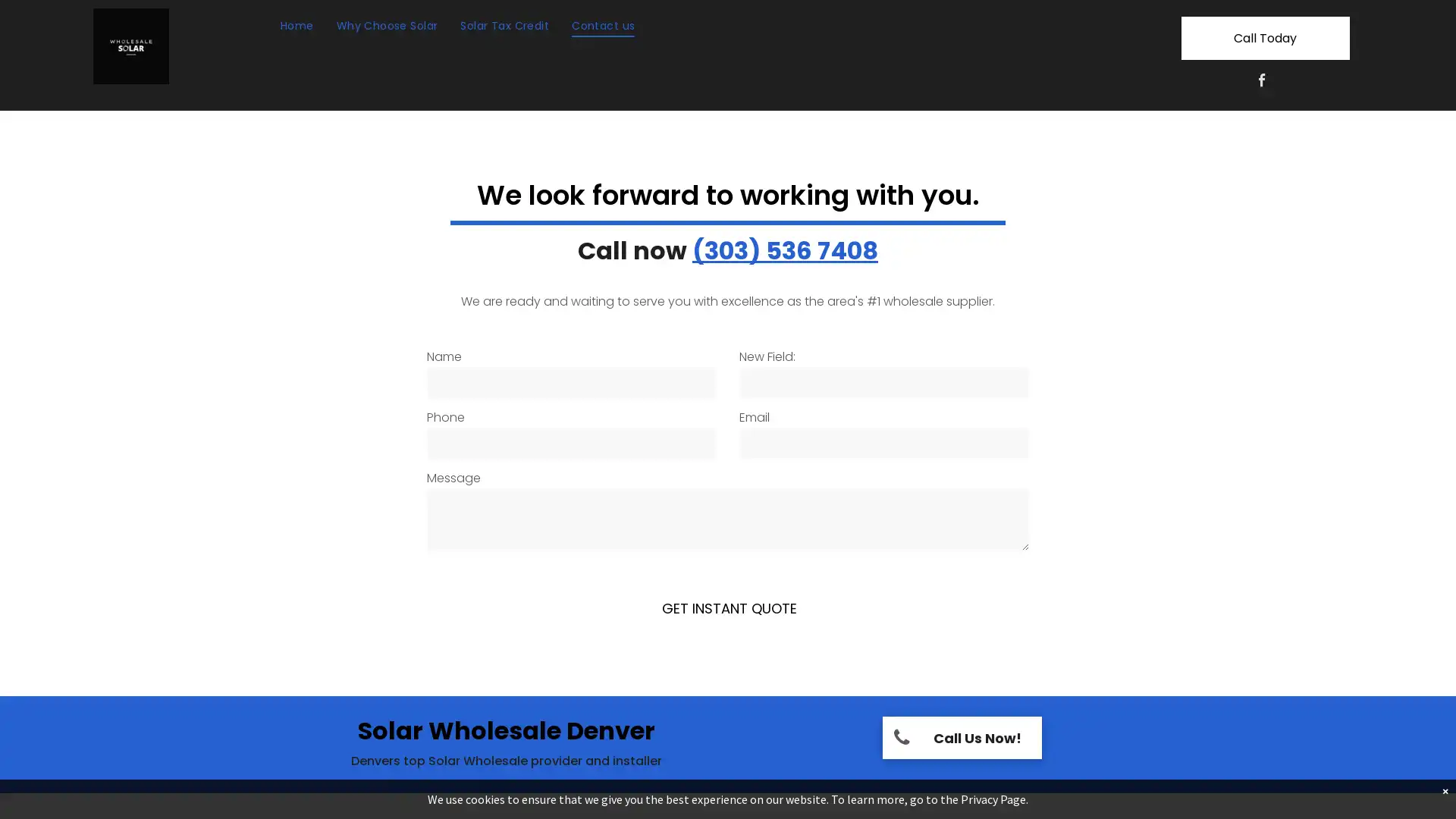 The width and height of the screenshot is (1456, 819). Describe the element at coordinates (729, 607) in the screenshot. I see `GET INSTANT QUOTE` at that location.